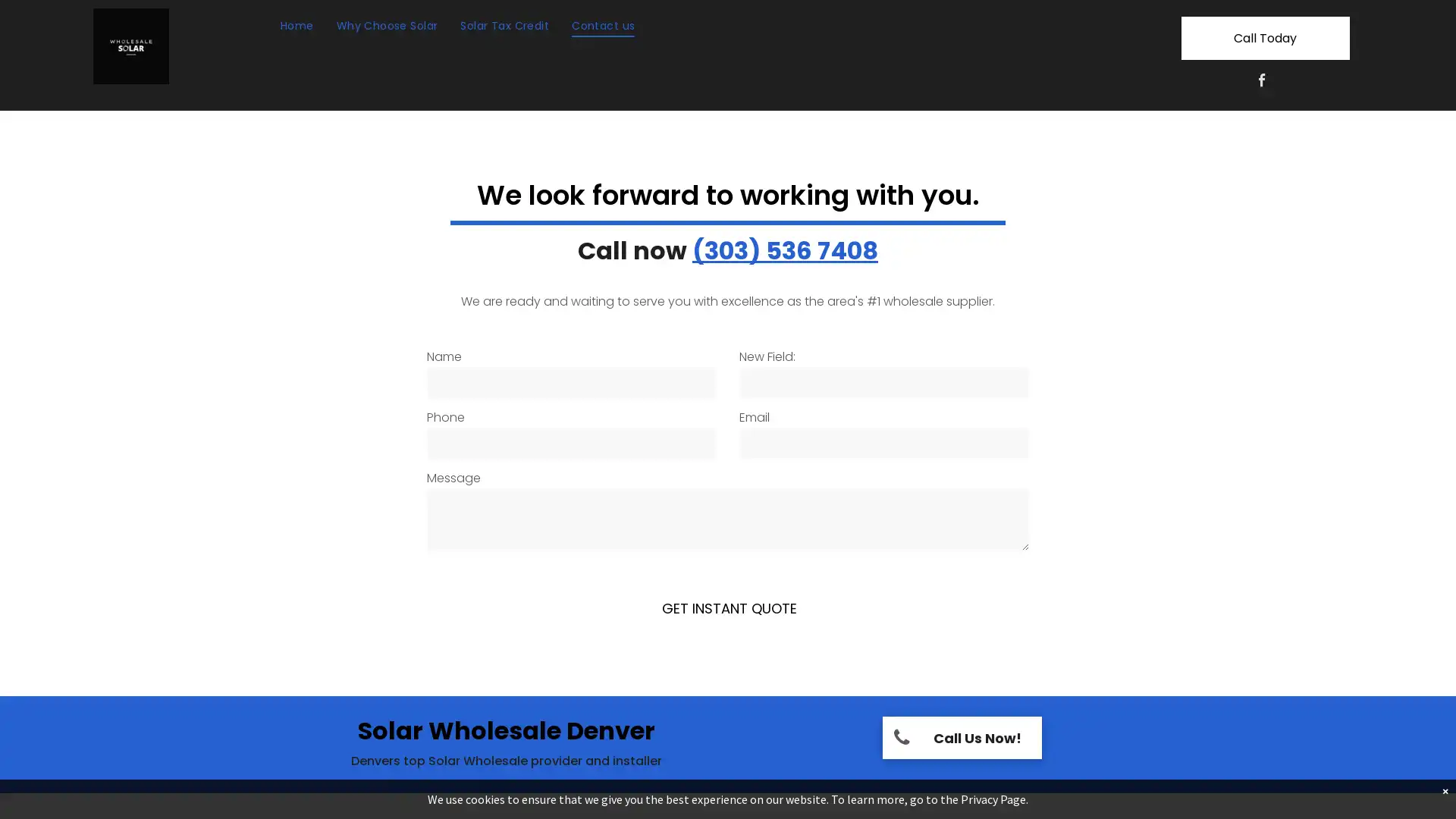 The width and height of the screenshot is (1456, 819). Describe the element at coordinates (729, 607) in the screenshot. I see `GET INSTANT QUOTE` at that location.